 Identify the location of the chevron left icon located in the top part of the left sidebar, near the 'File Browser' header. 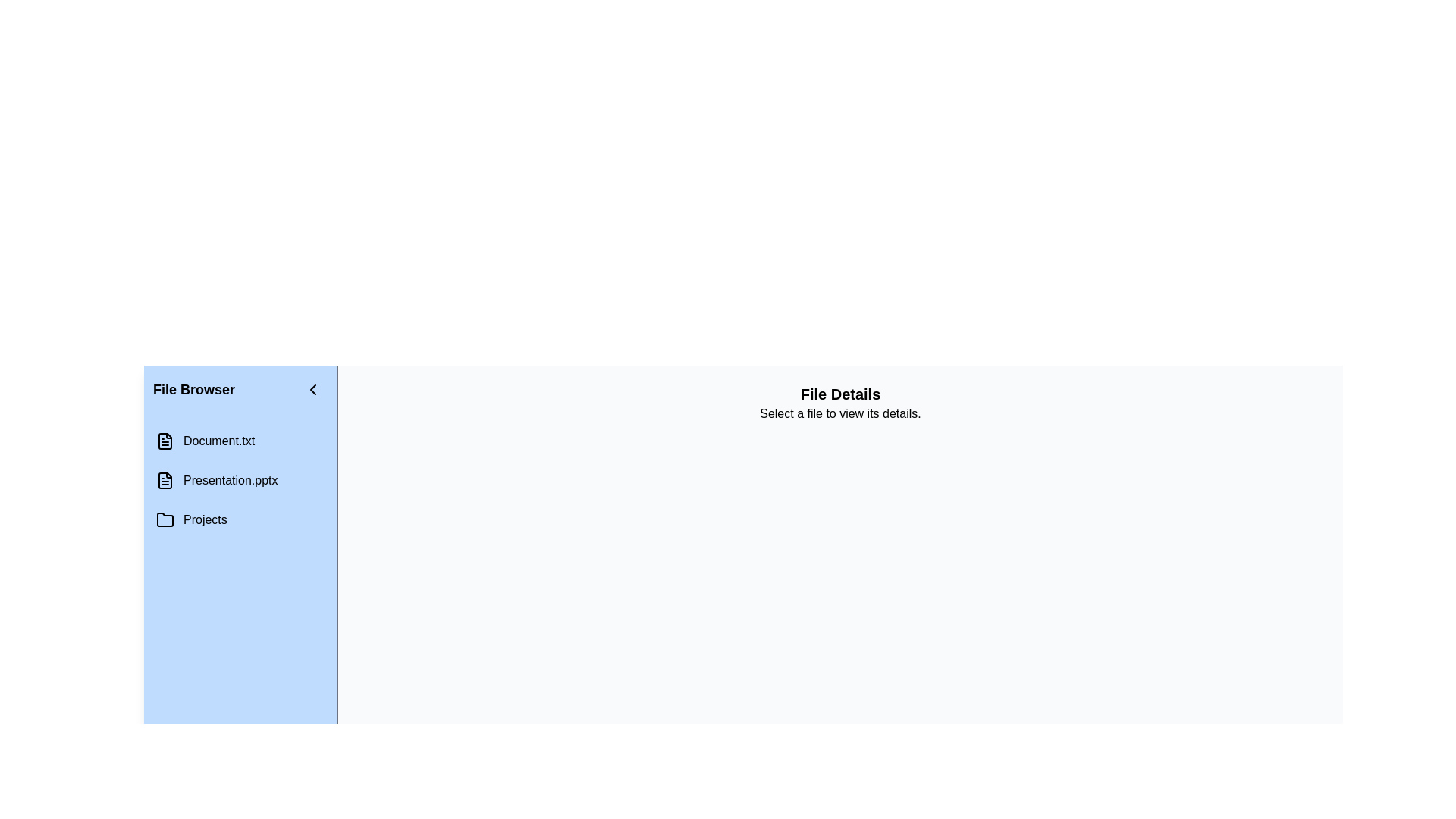
(312, 388).